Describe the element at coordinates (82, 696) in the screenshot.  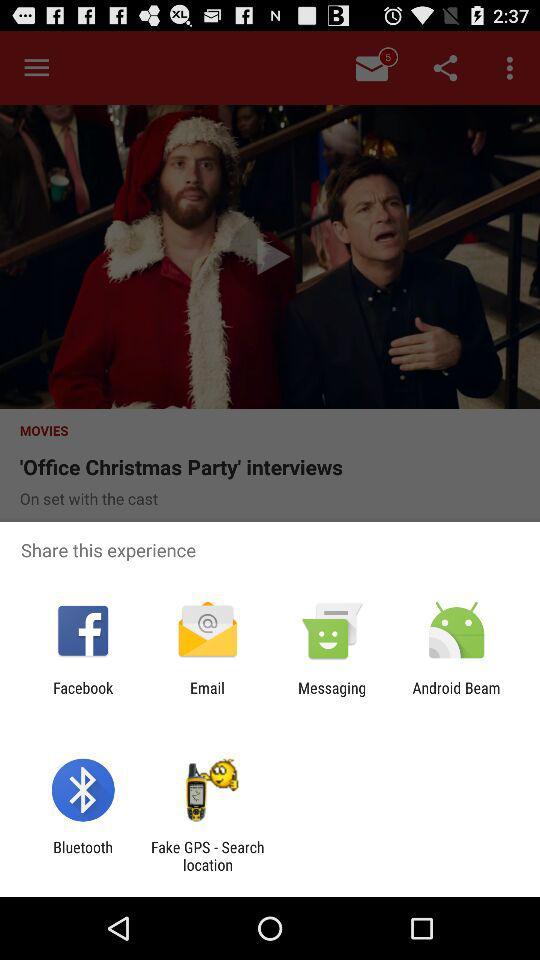
I see `the icon next to email item` at that location.